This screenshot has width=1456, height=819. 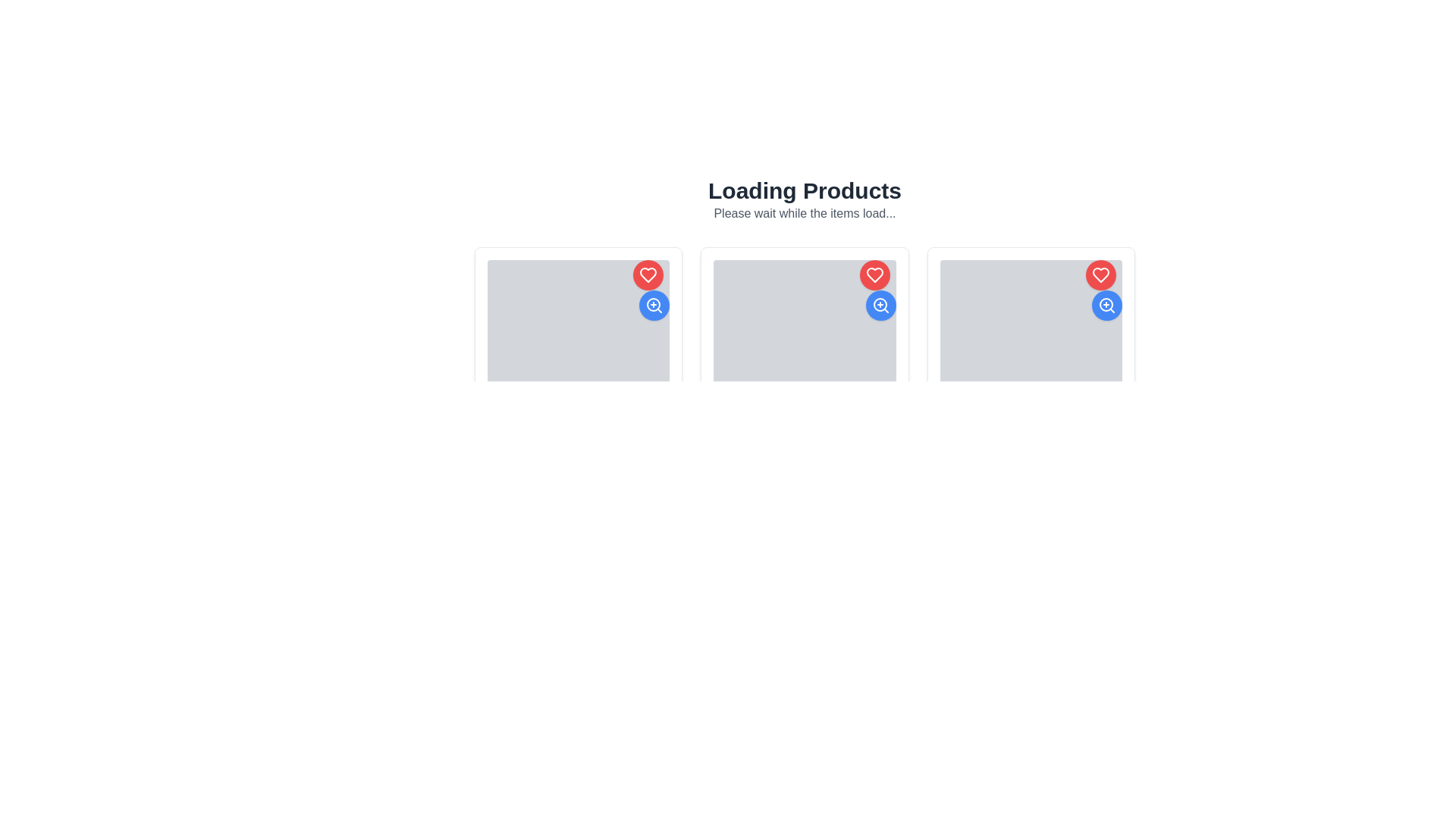 What do you see at coordinates (1100, 275) in the screenshot?
I see `the small heart icon, which is outlined in white and located within a red circular button in the top-right corner of the card element` at bounding box center [1100, 275].